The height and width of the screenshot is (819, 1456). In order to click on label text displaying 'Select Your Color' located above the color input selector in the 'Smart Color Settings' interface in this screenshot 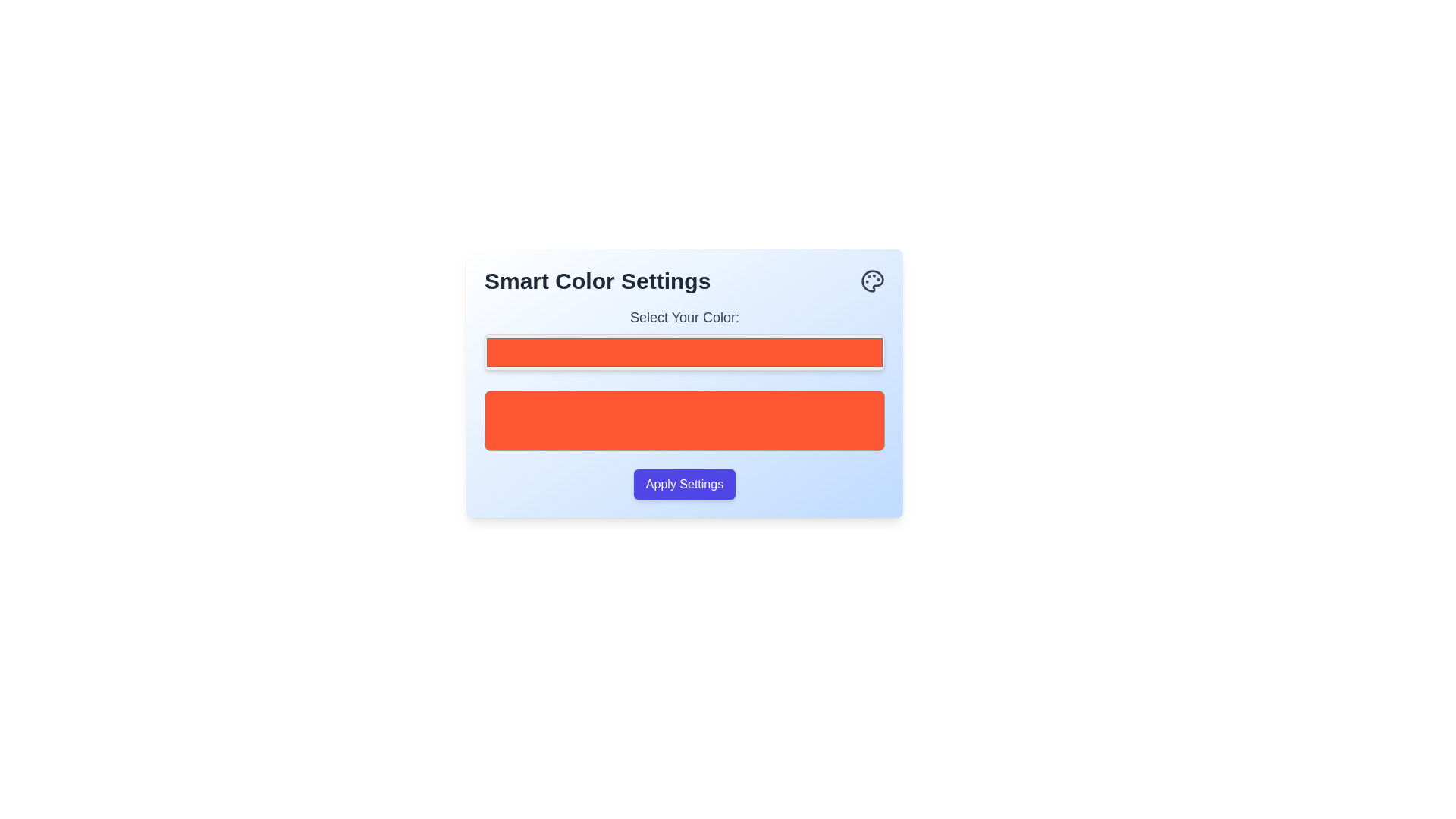, I will do `click(683, 338)`.